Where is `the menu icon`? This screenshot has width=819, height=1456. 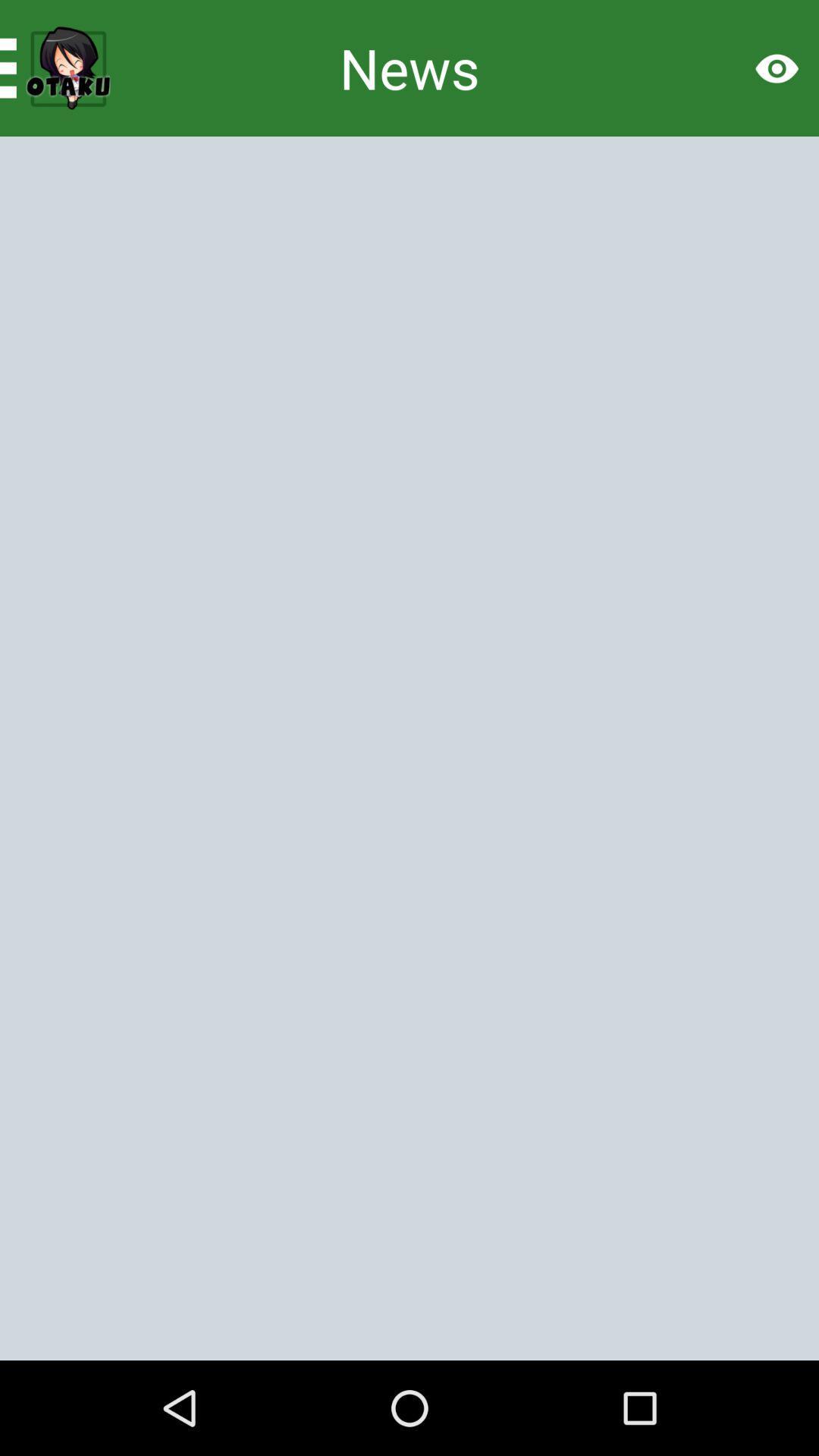
the menu icon is located at coordinates (8, 67).